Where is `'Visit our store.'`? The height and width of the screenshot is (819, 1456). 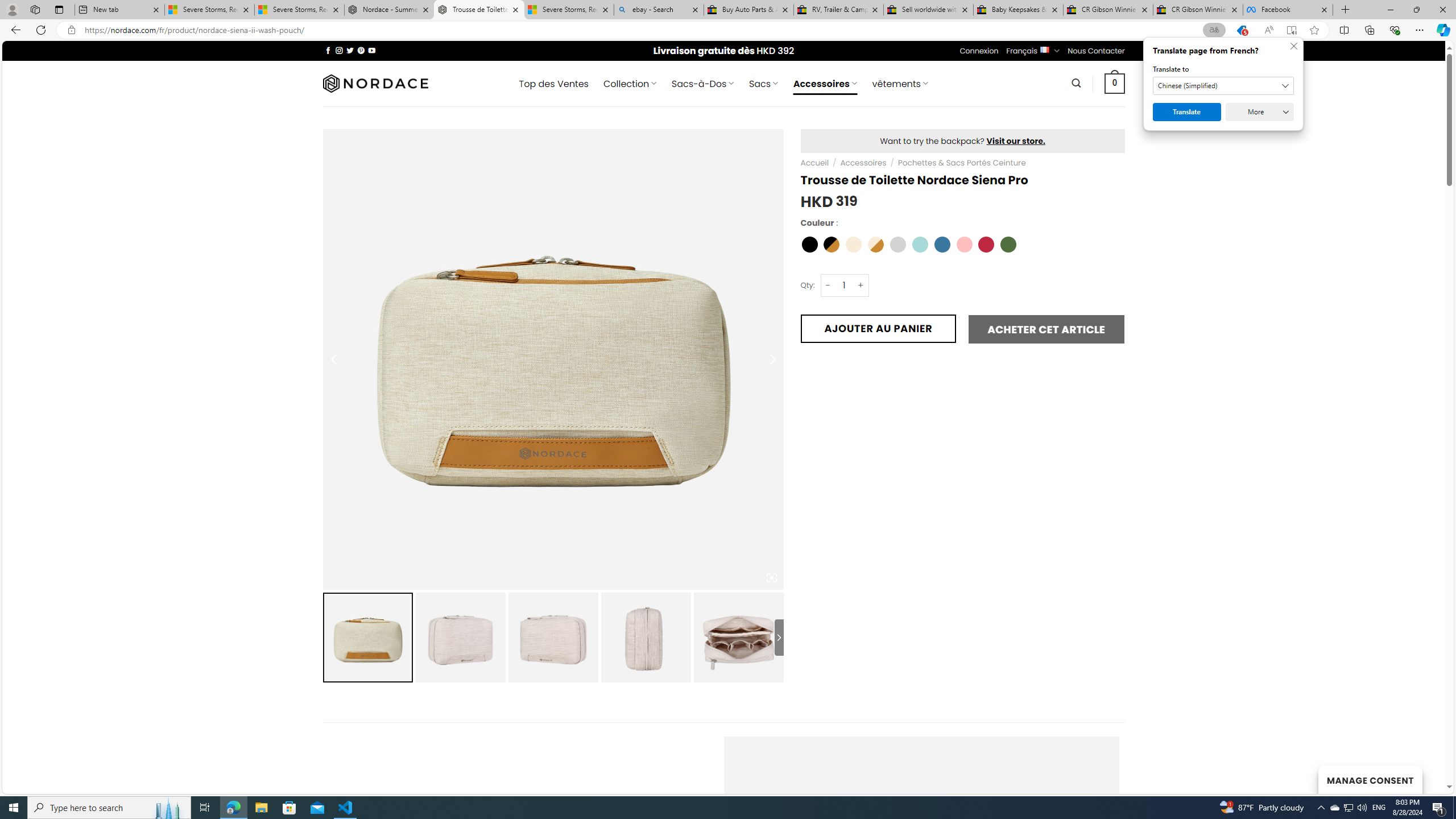
'Visit our store.' is located at coordinates (1015, 140).